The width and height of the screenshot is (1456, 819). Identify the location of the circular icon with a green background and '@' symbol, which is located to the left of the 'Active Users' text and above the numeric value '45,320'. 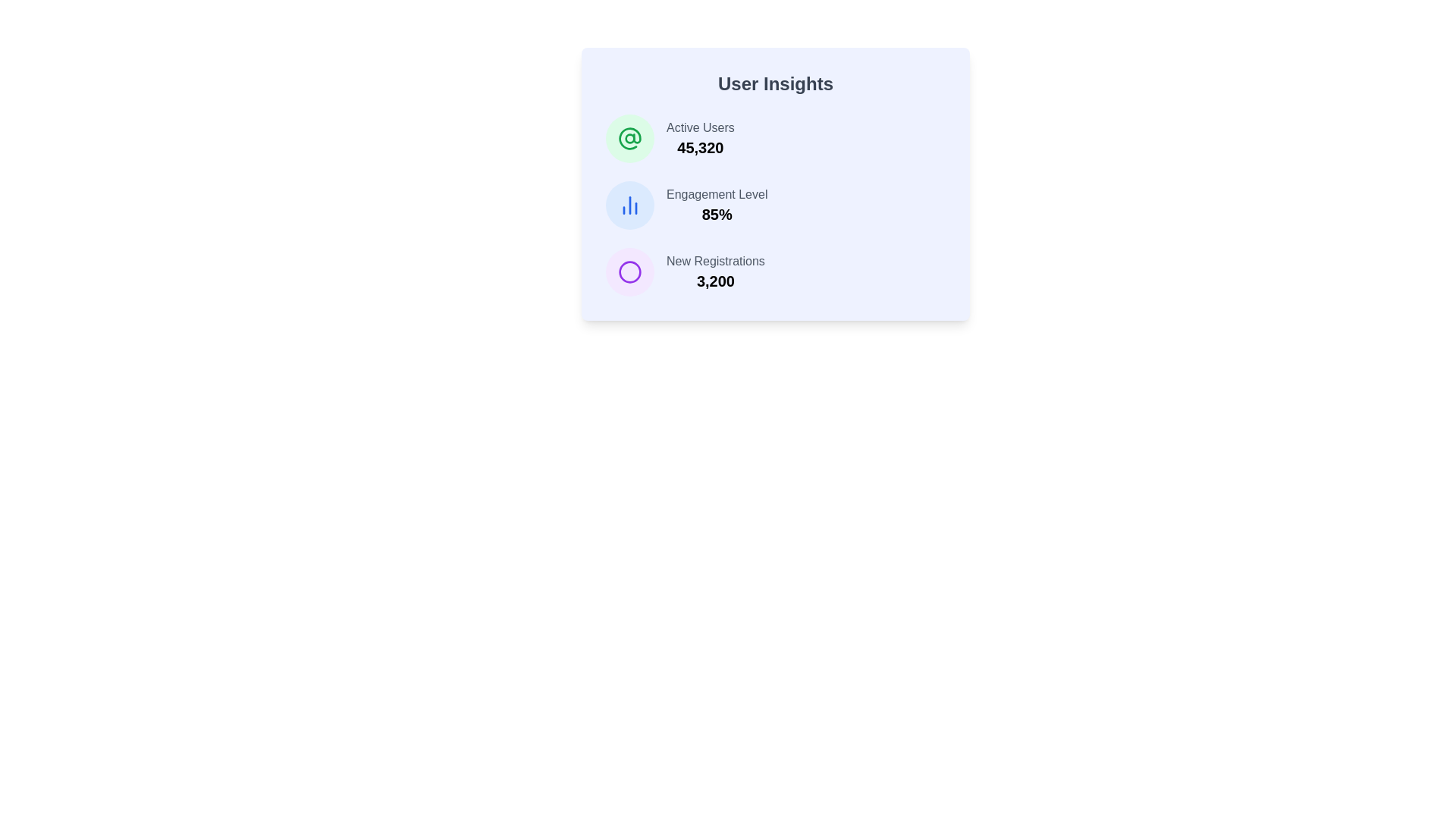
(629, 138).